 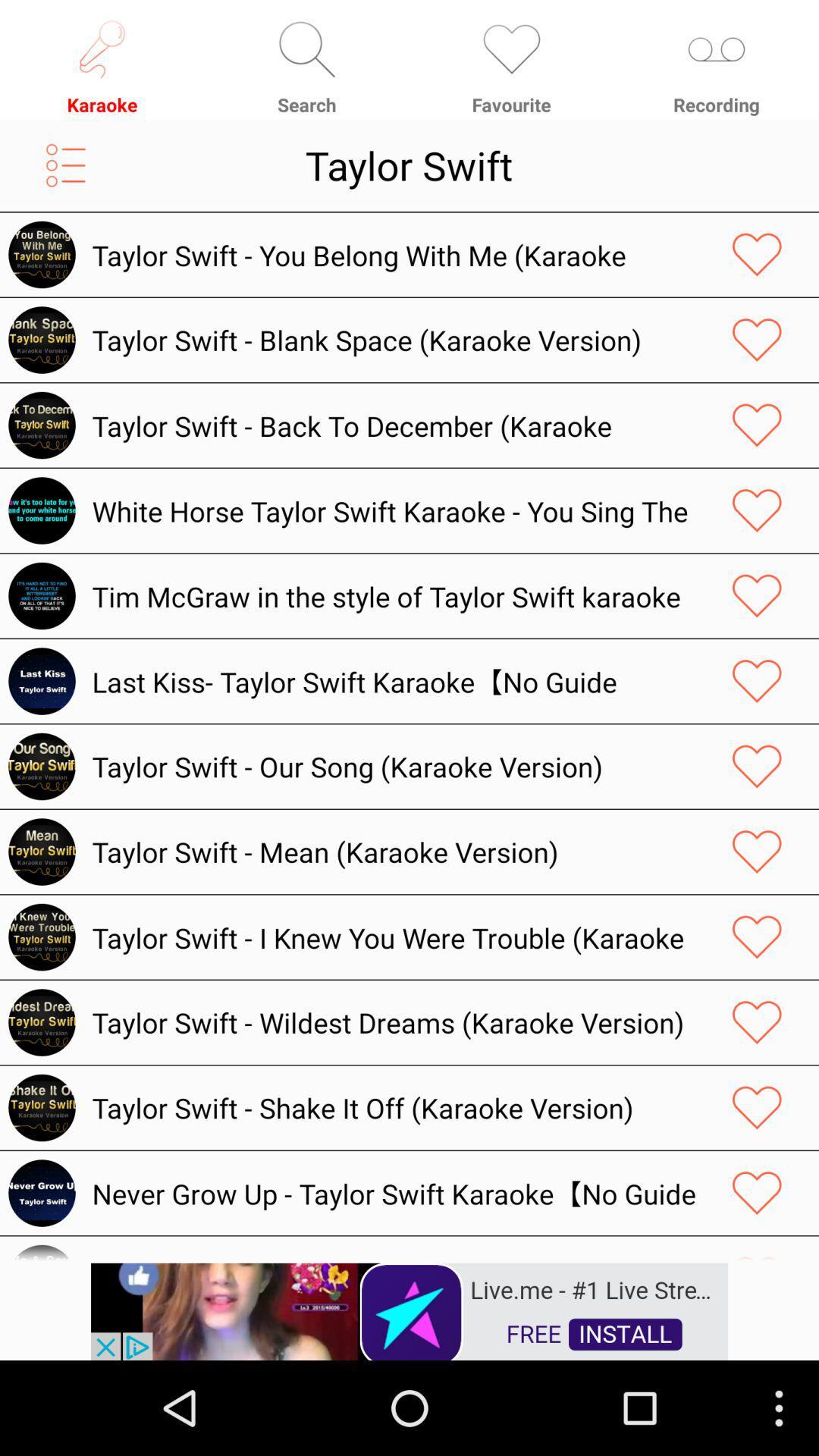 What do you see at coordinates (65, 165) in the screenshot?
I see `menu` at bounding box center [65, 165].